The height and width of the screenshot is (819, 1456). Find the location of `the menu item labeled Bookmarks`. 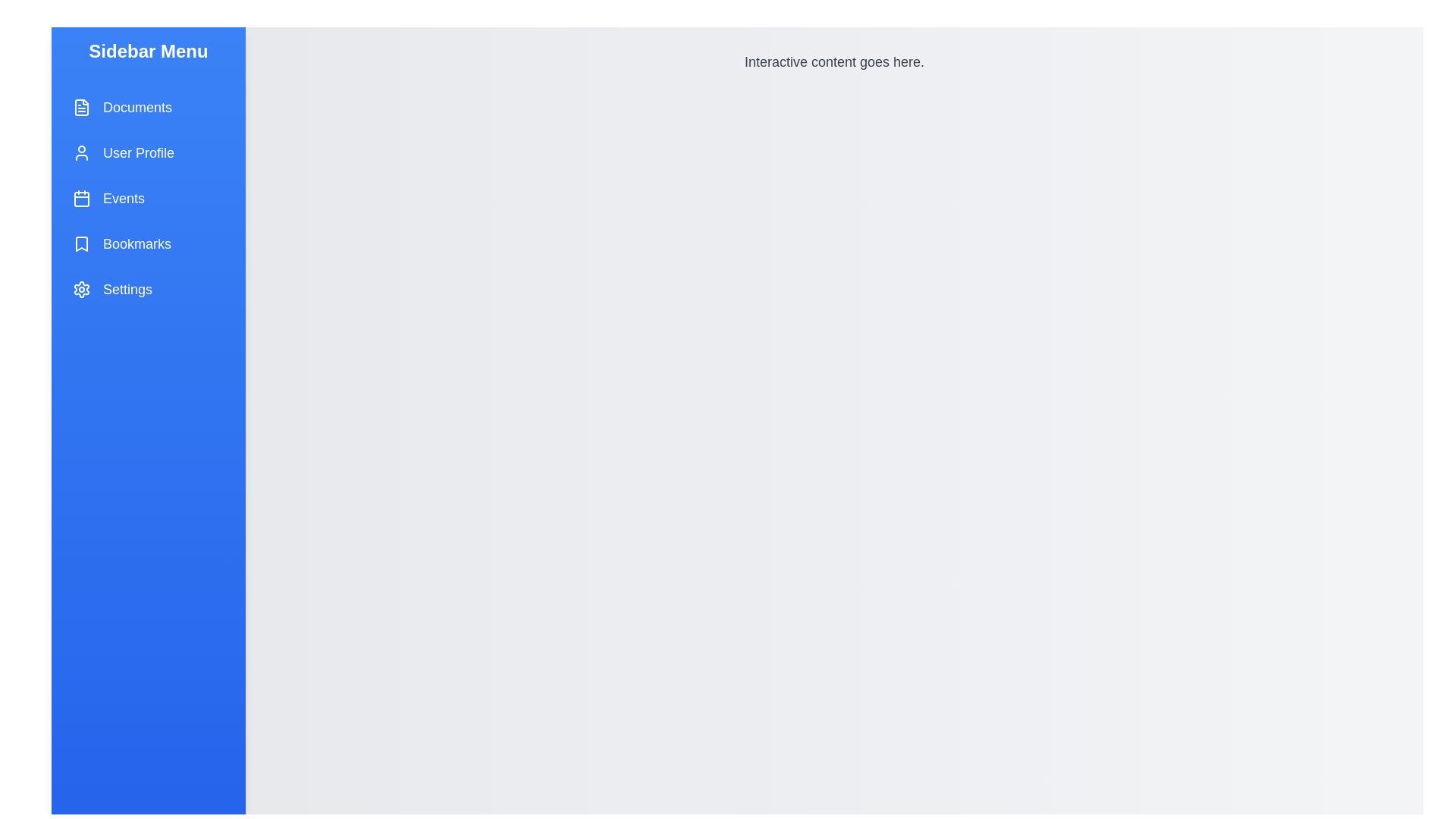

the menu item labeled Bookmarks is located at coordinates (149, 243).